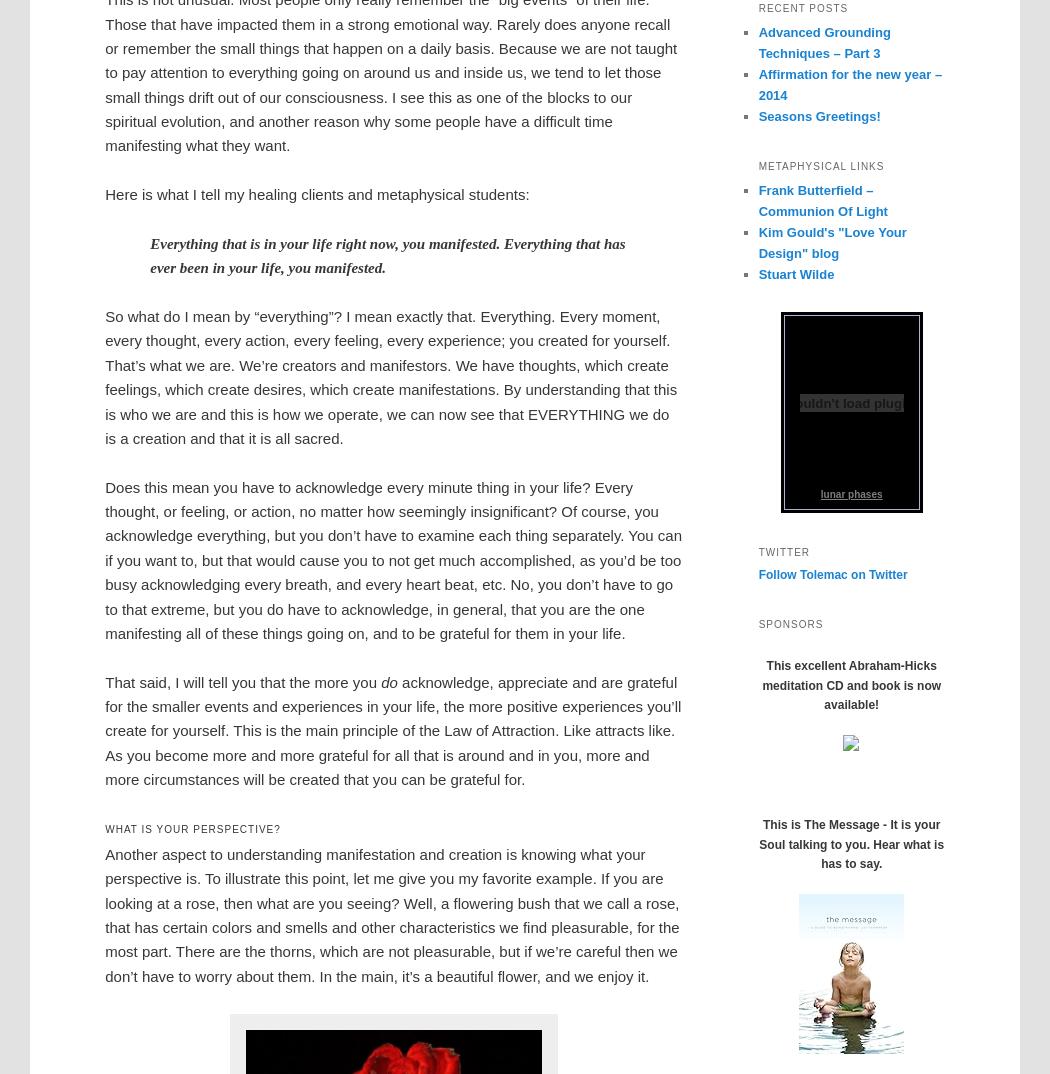  Describe the element at coordinates (823, 40) in the screenshot. I see `'Advanced Grounding Techniques – Part 3'` at that location.